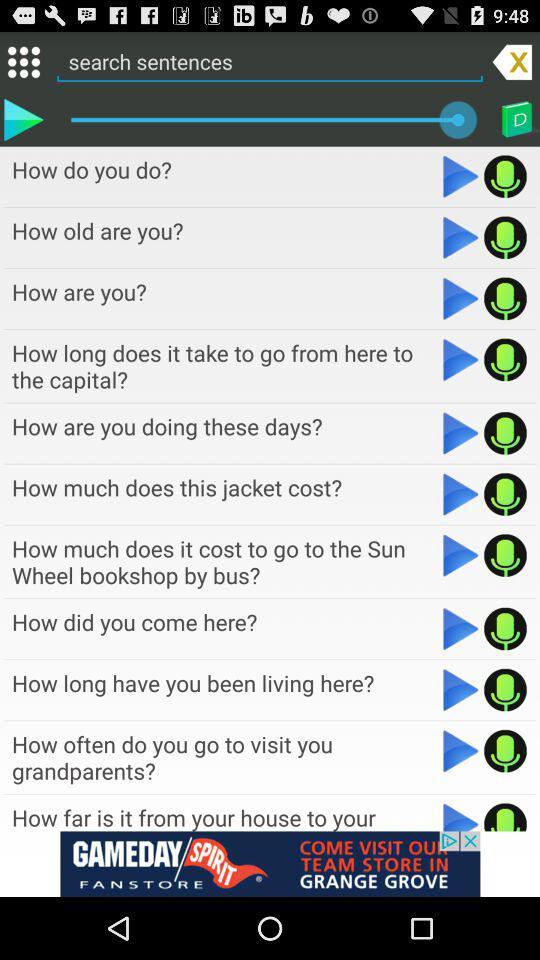 This screenshot has height=960, width=540. I want to click on record voice, so click(504, 433).